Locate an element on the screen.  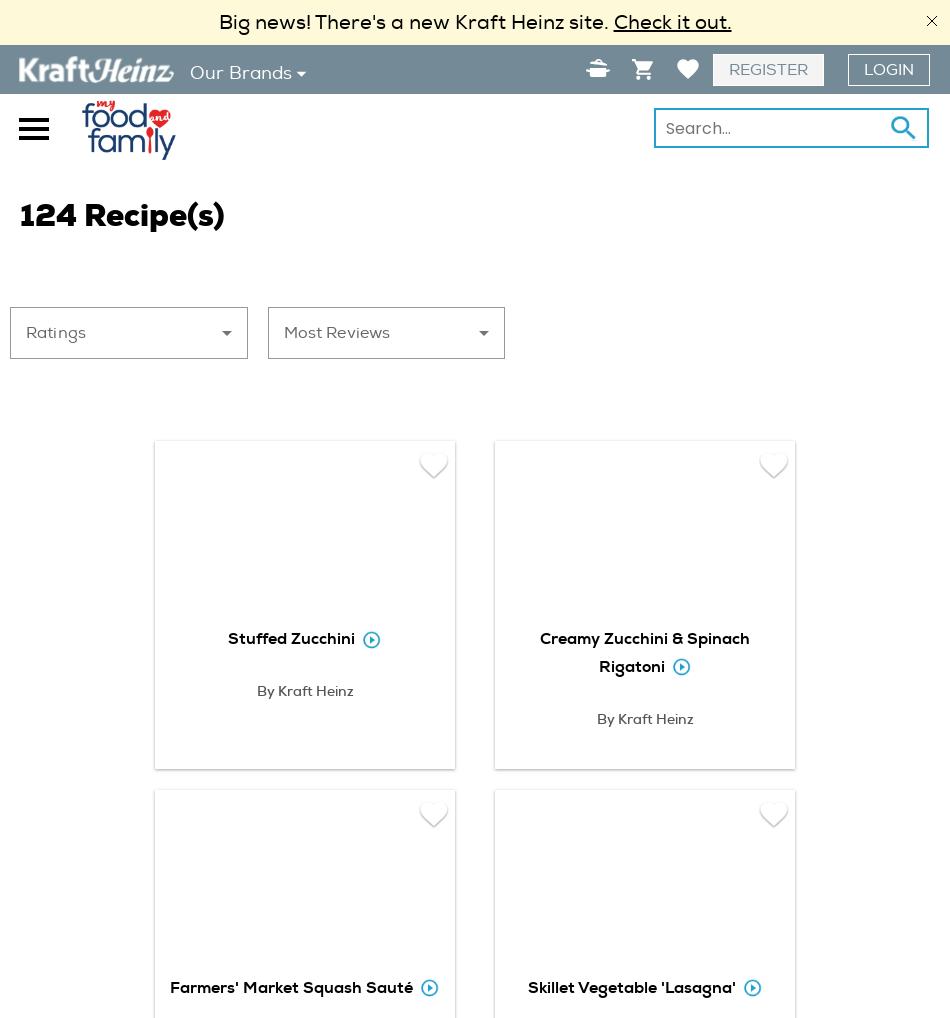
'Big news! There's a new' is located at coordinates (335, 21).